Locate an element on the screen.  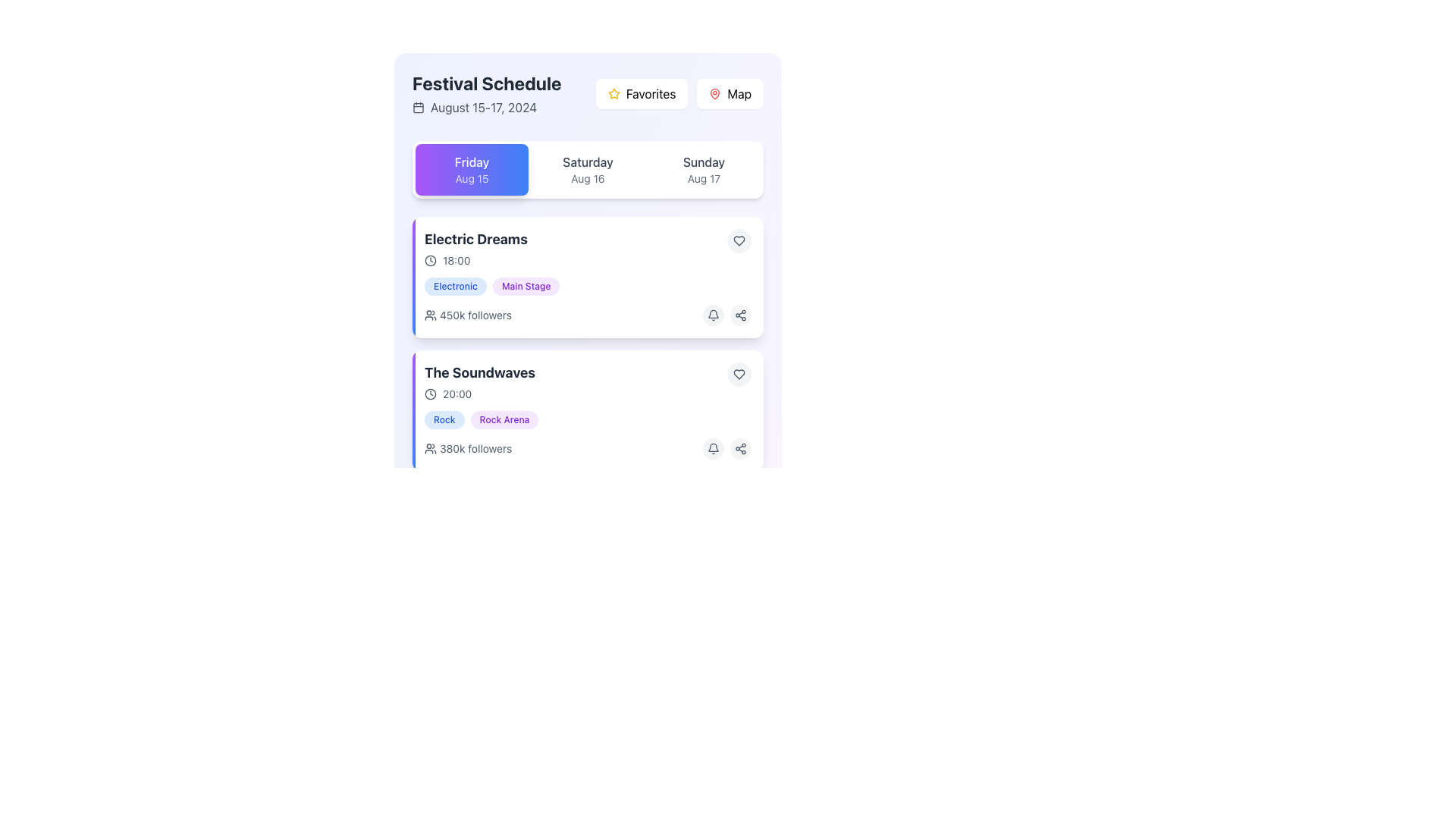
the text display representing the selected day 'Friday' in the date selection interface, which is visually part of the button labeled 'Friday' and 'Aug 15' is located at coordinates (471, 162).